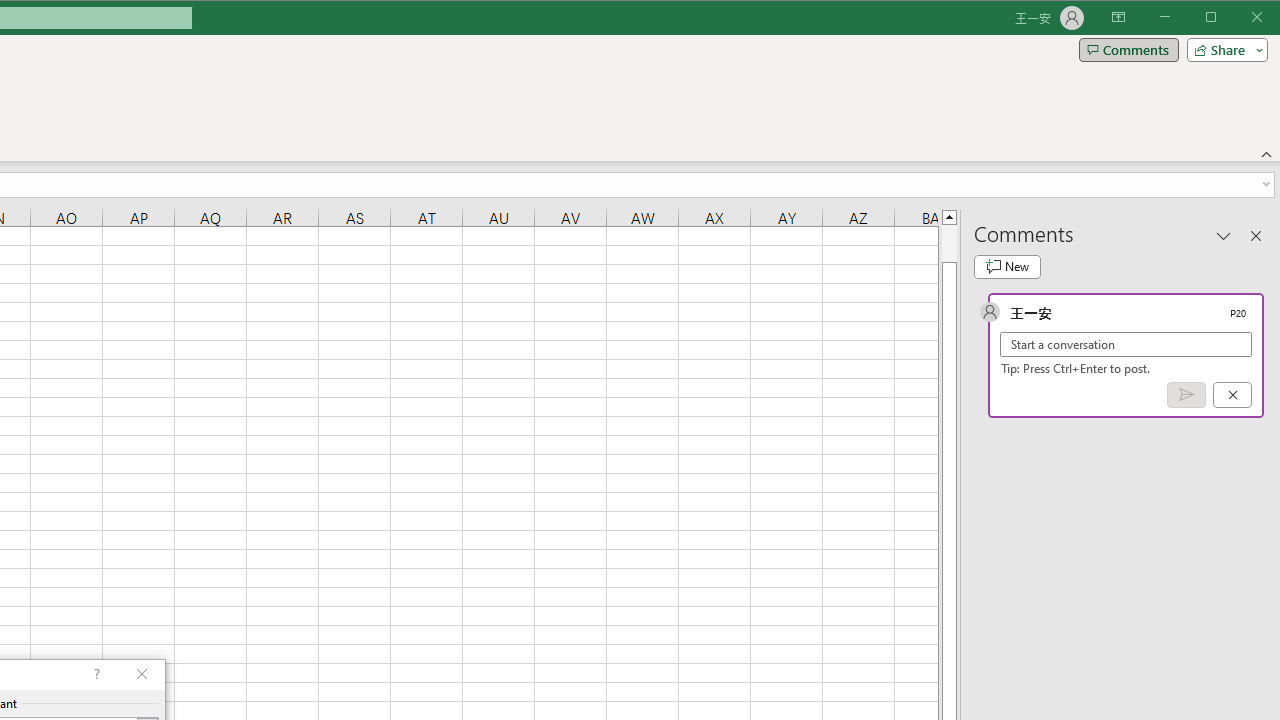  What do you see at coordinates (1216, 19) in the screenshot?
I see `'Minimize'` at bounding box center [1216, 19].